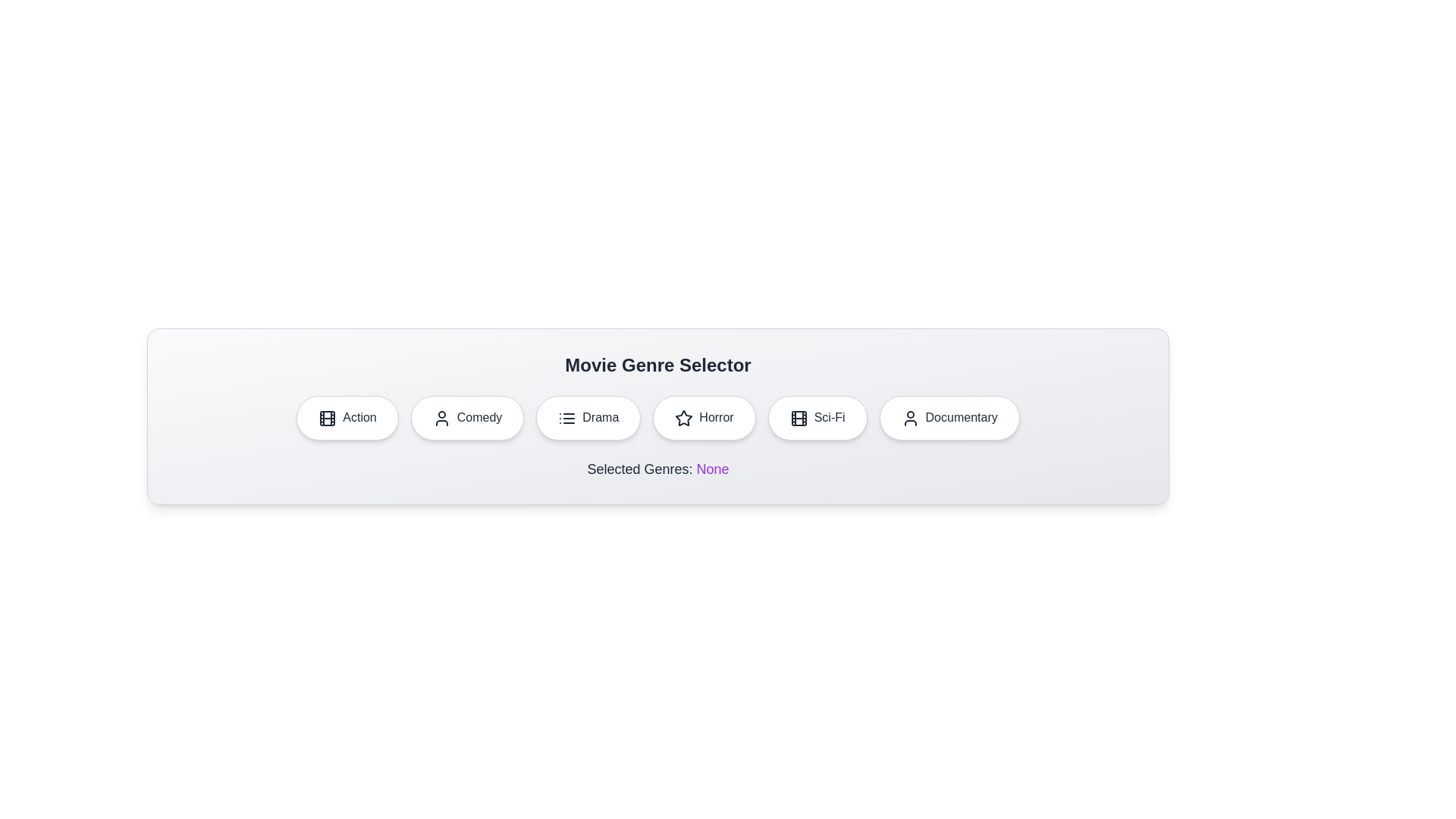 The width and height of the screenshot is (1456, 819). What do you see at coordinates (798, 418) in the screenshot?
I see `the decorative rectangle component of the 'Film' icon located at the top-left corner of the icon` at bounding box center [798, 418].